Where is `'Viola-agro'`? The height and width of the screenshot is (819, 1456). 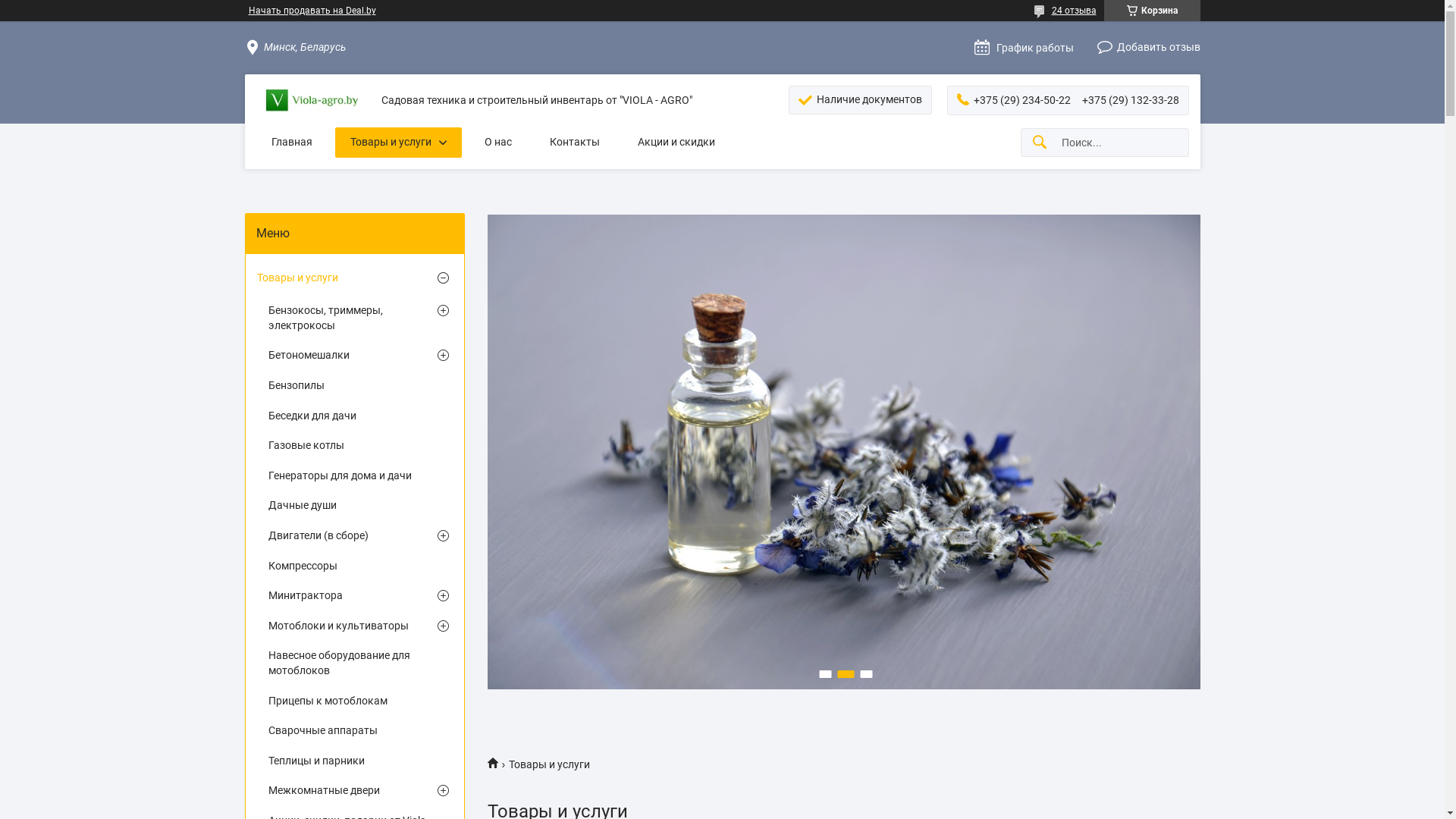
'Viola-agro' is located at coordinates (497, 762).